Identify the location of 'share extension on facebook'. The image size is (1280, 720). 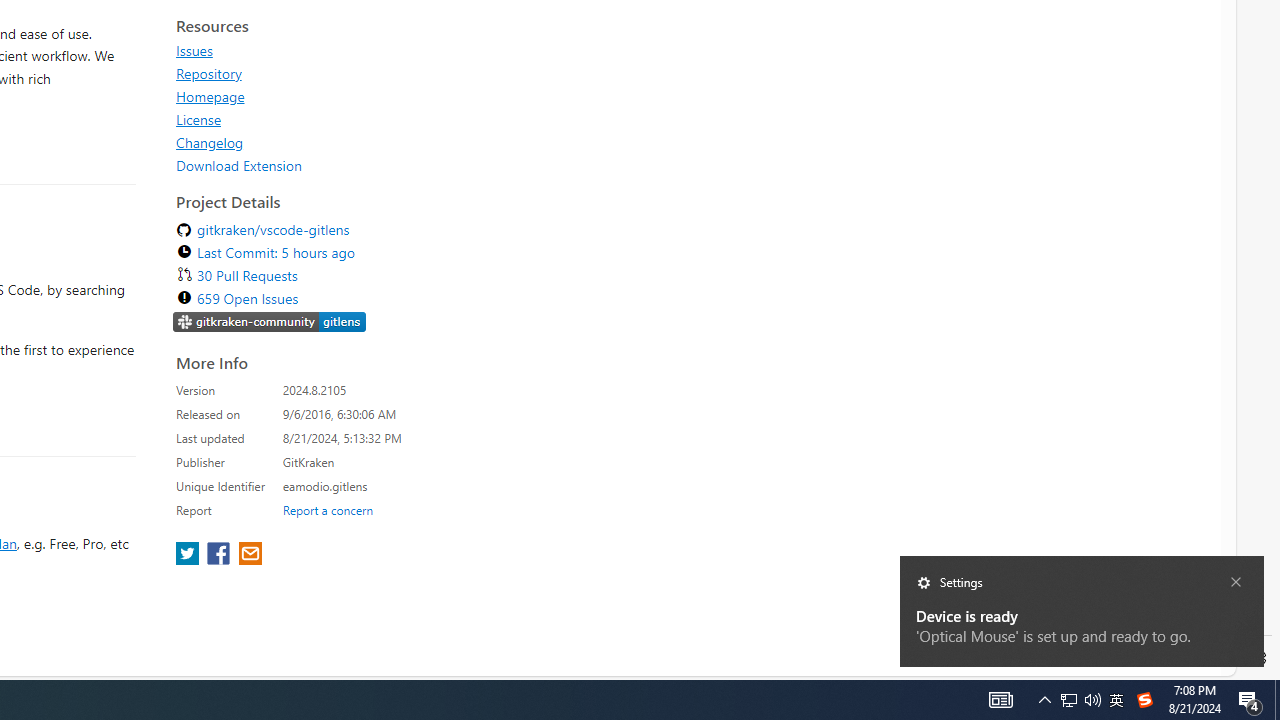
(220, 555).